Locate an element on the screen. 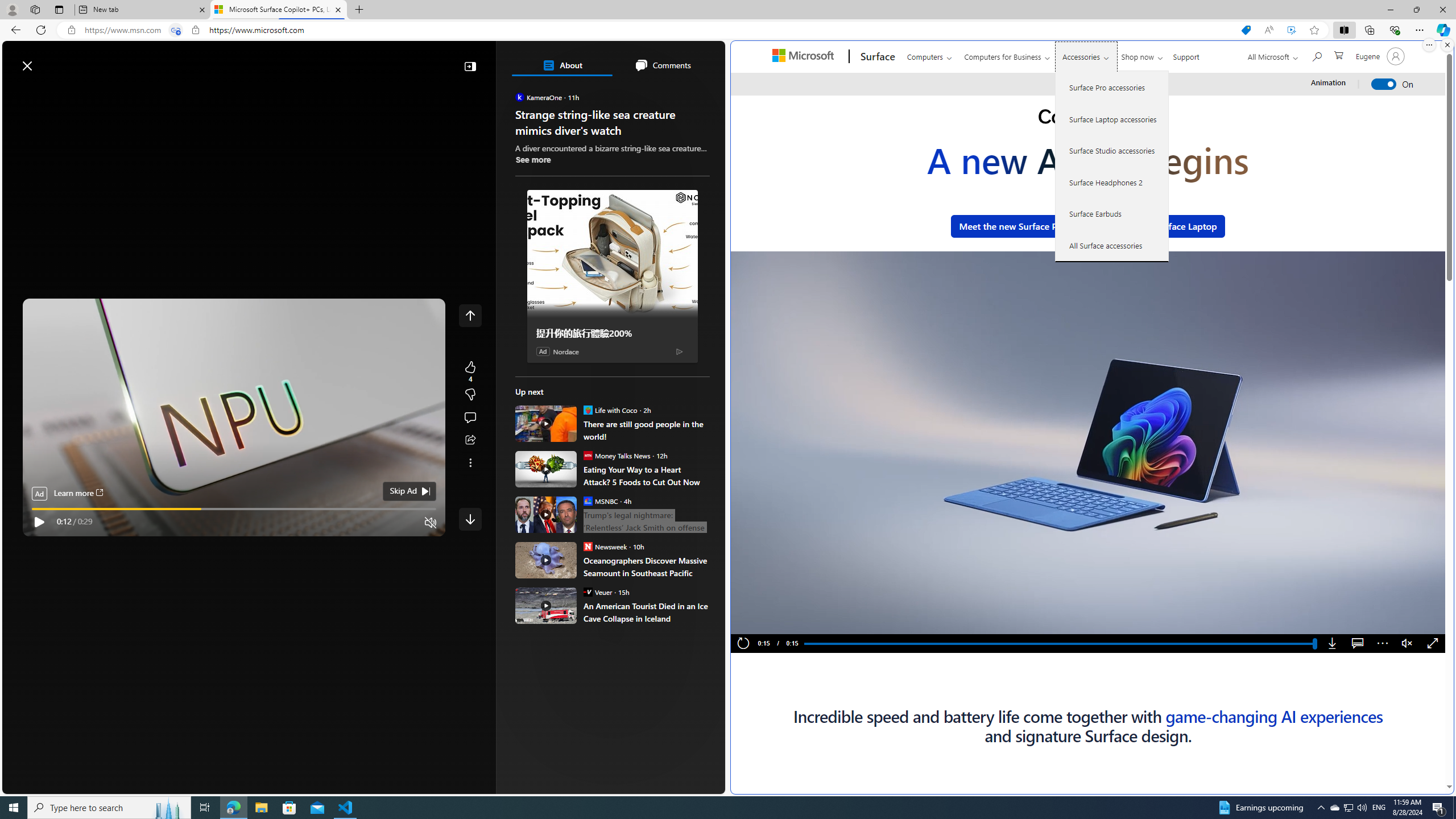 The width and height of the screenshot is (1456, 819). 'Shopping in Microsoft Edge' is located at coordinates (1246, 30).